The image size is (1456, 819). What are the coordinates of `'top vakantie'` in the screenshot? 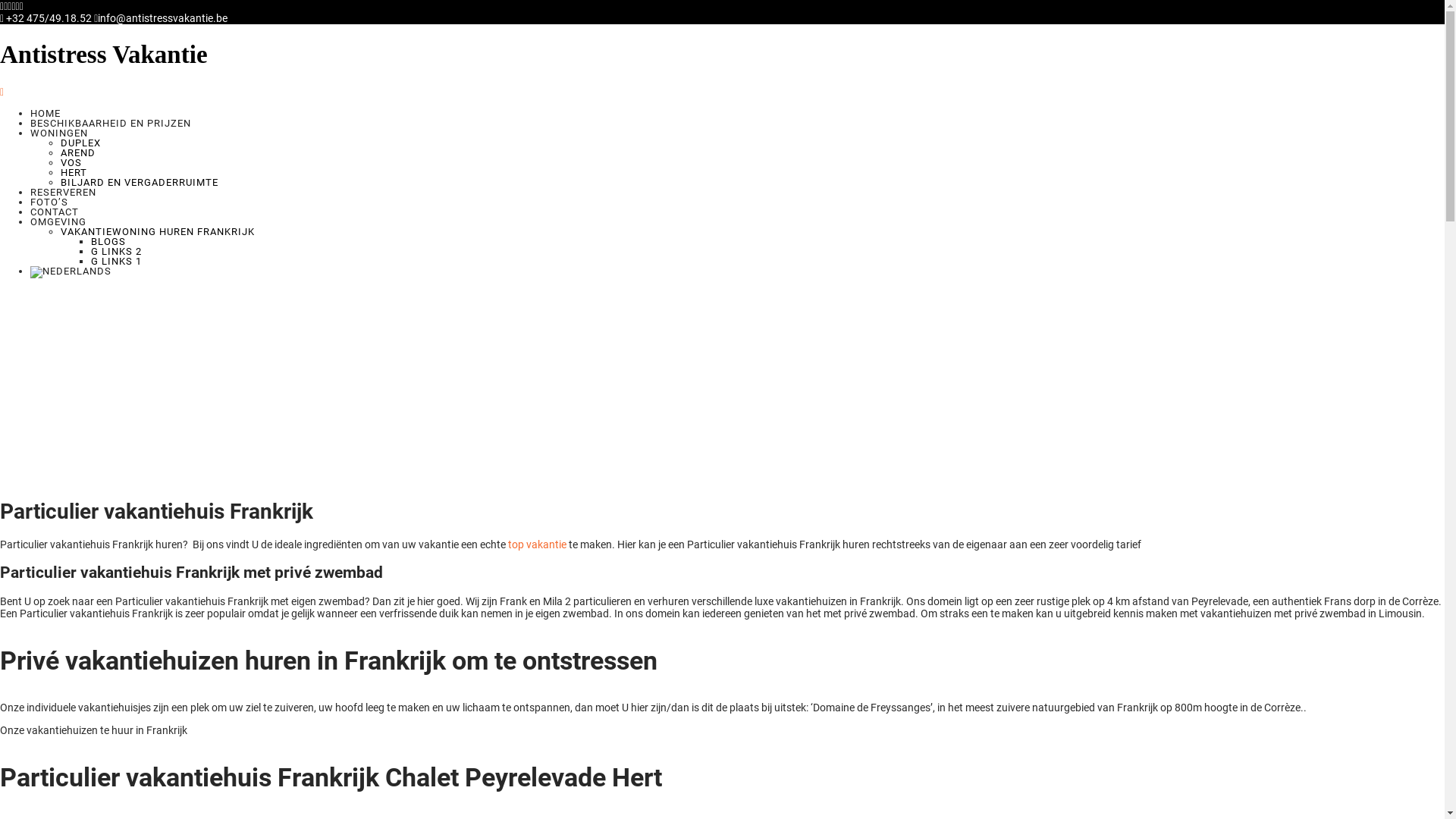 It's located at (537, 543).